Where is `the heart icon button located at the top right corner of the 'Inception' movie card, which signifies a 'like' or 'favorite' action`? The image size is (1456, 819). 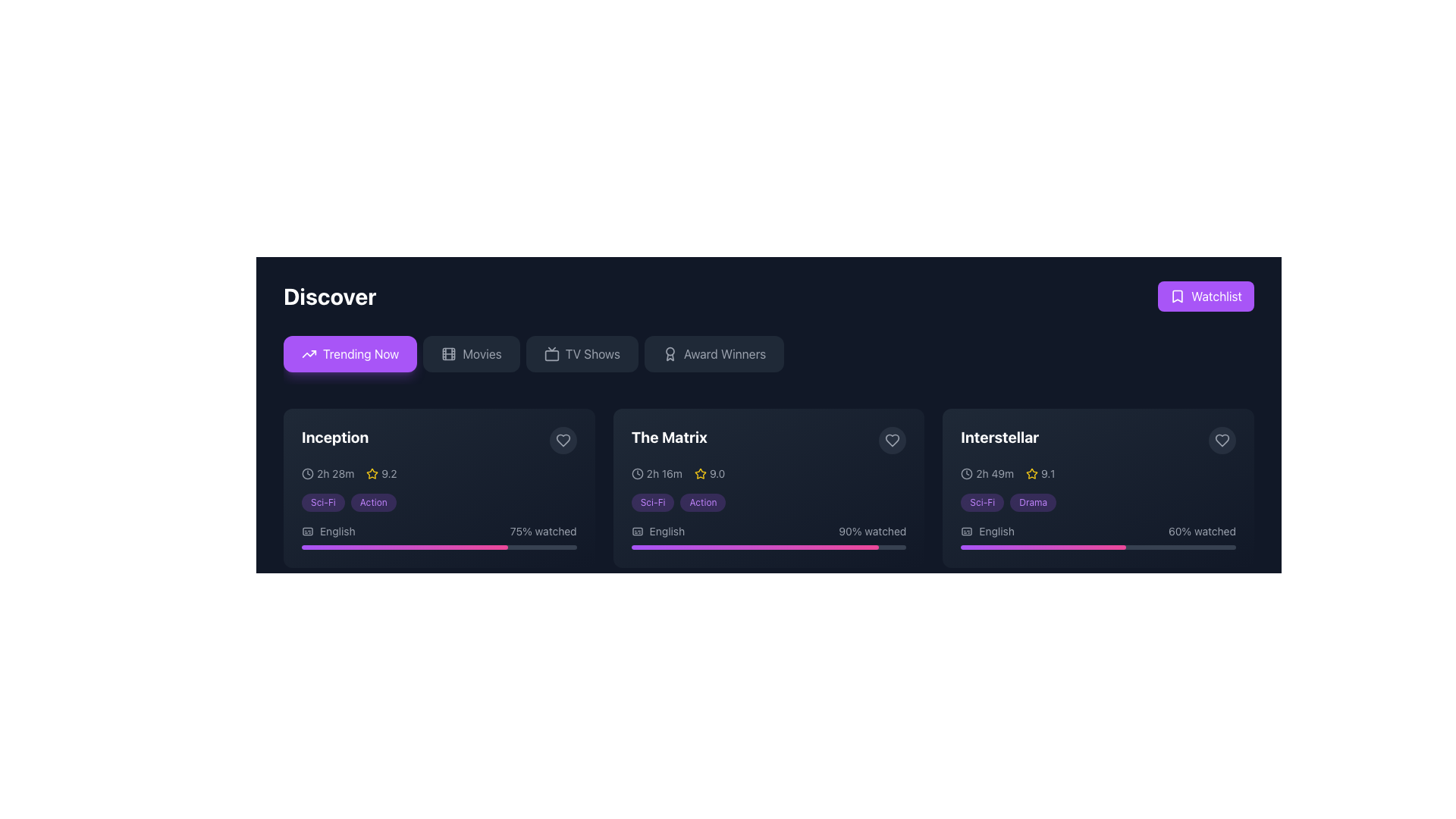 the heart icon button located at the top right corner of the 'Inception' movie card, which signifies a 'like' or 'favorite' action is located at coordinates (562, 441).